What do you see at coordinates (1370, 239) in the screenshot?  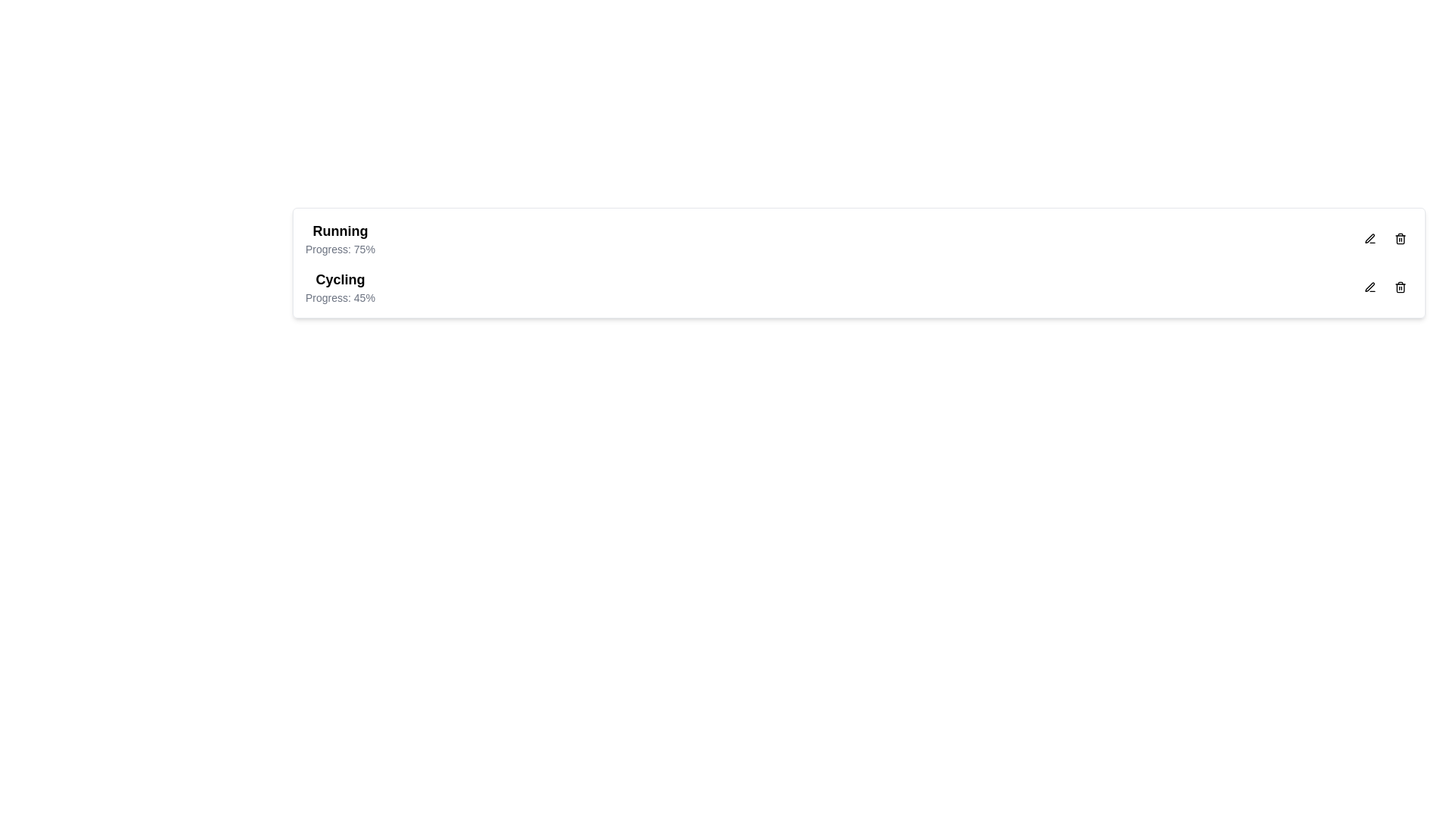 I see `the edit button located on the right side of the interface, in the second row of actionable icons` at bounding box center [1370, 239].